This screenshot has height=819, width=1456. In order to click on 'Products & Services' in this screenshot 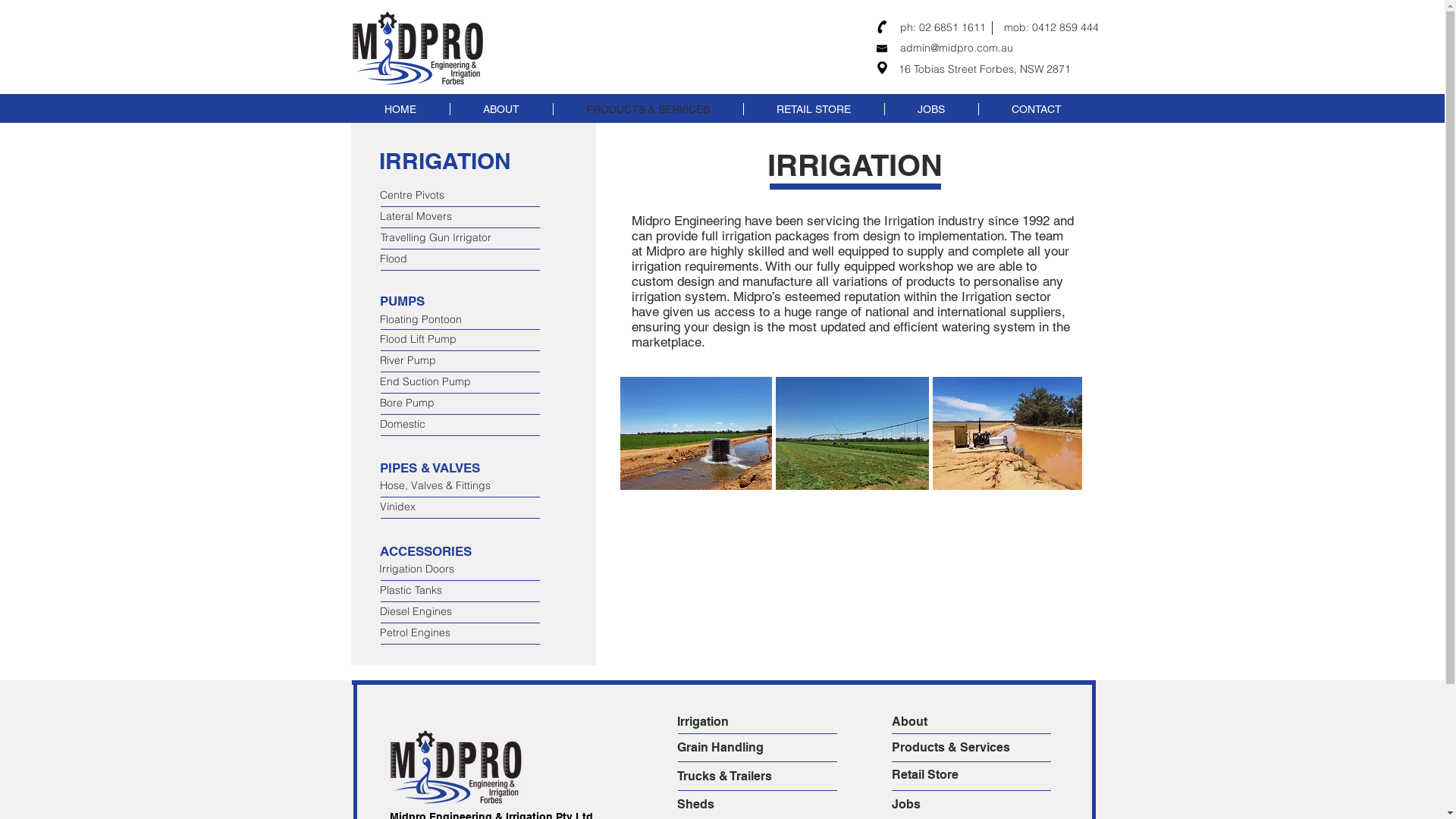, I will do `click(949, 747)`.